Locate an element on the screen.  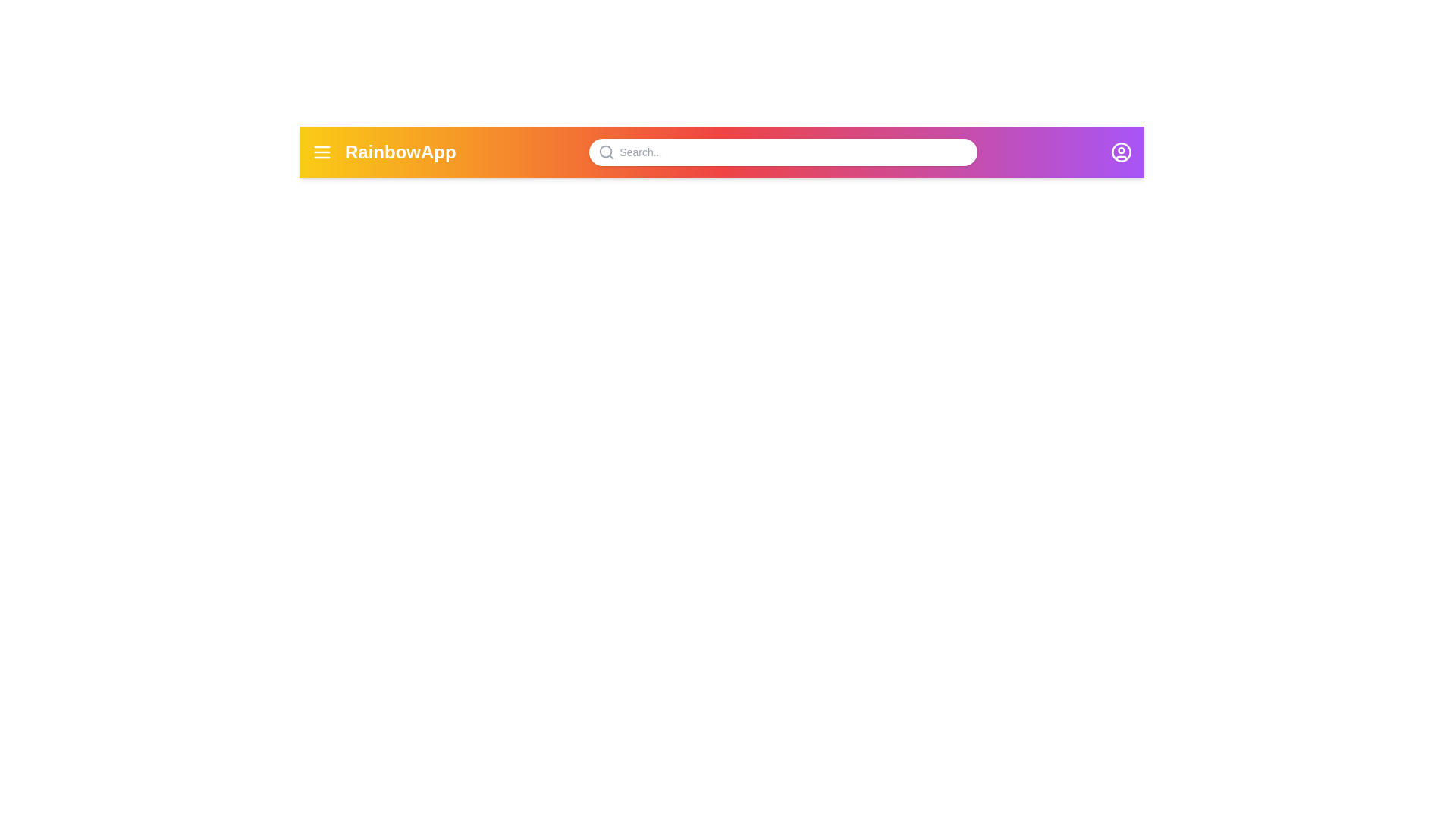
the search bar and enter the text 'example search' is located at coordinates (783, 152).